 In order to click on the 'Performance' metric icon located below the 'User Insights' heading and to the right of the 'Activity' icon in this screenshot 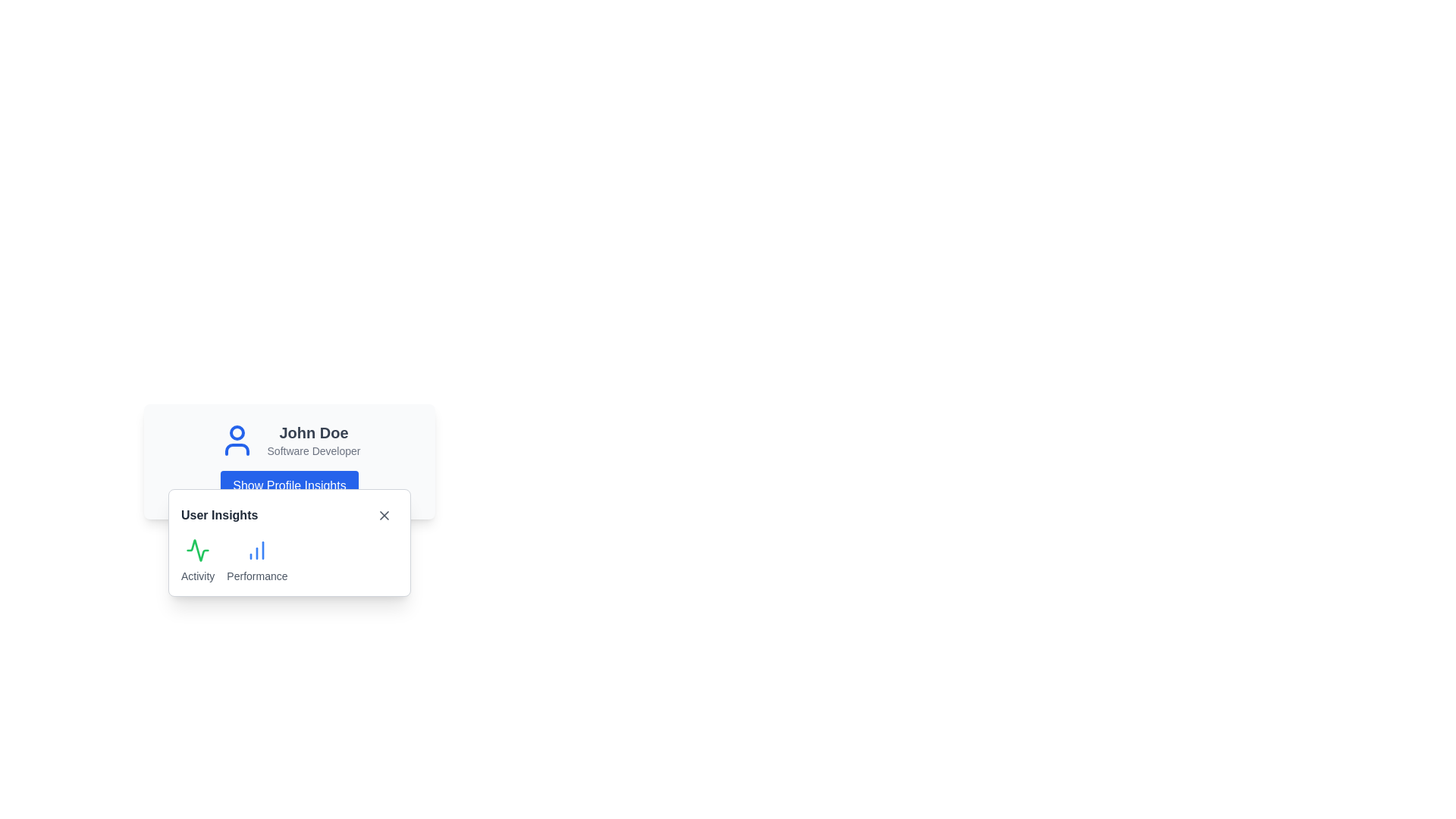, I will do `click(257, 550)`.